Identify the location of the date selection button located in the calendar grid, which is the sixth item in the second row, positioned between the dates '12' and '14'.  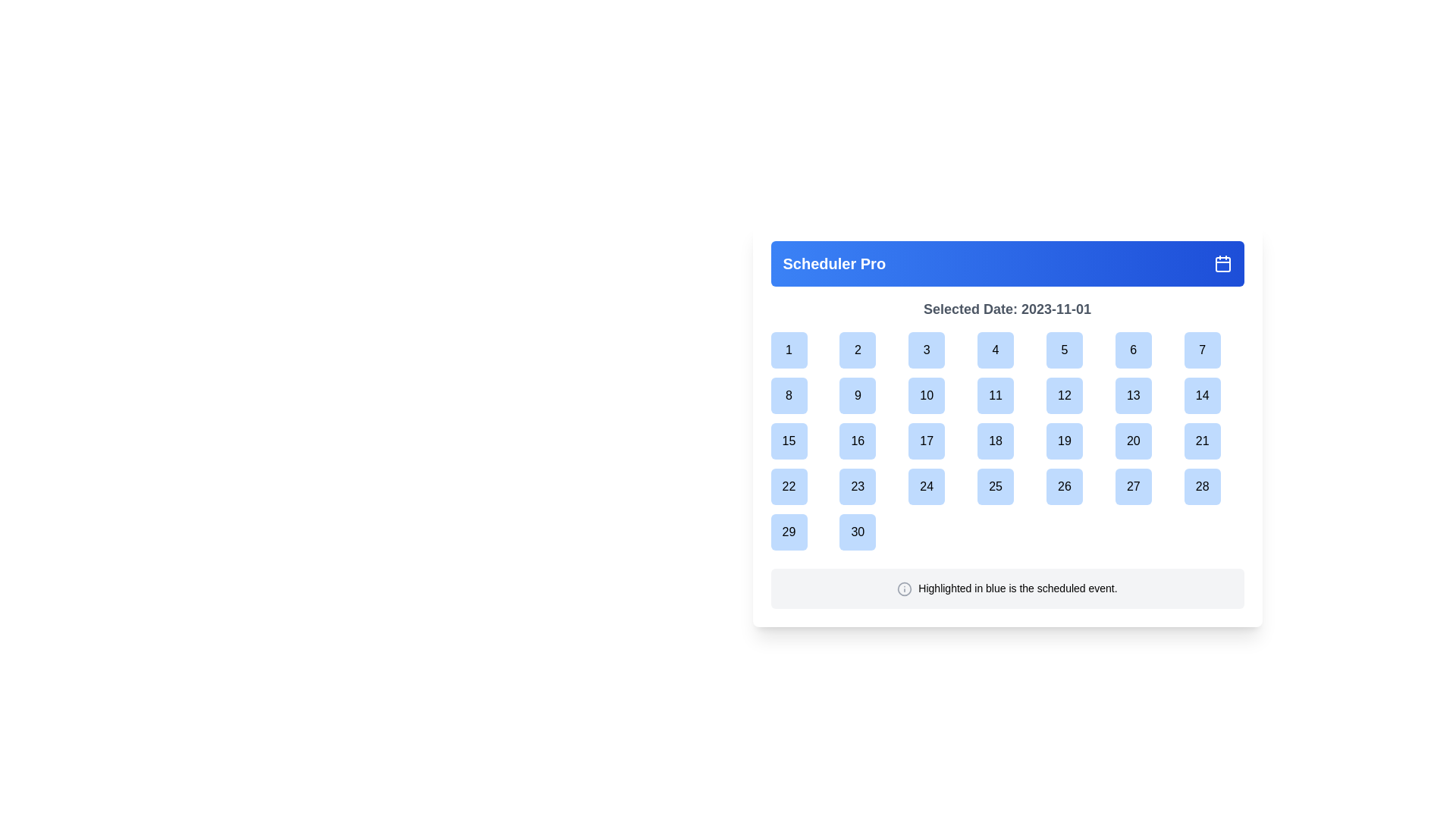
(1145, 394).